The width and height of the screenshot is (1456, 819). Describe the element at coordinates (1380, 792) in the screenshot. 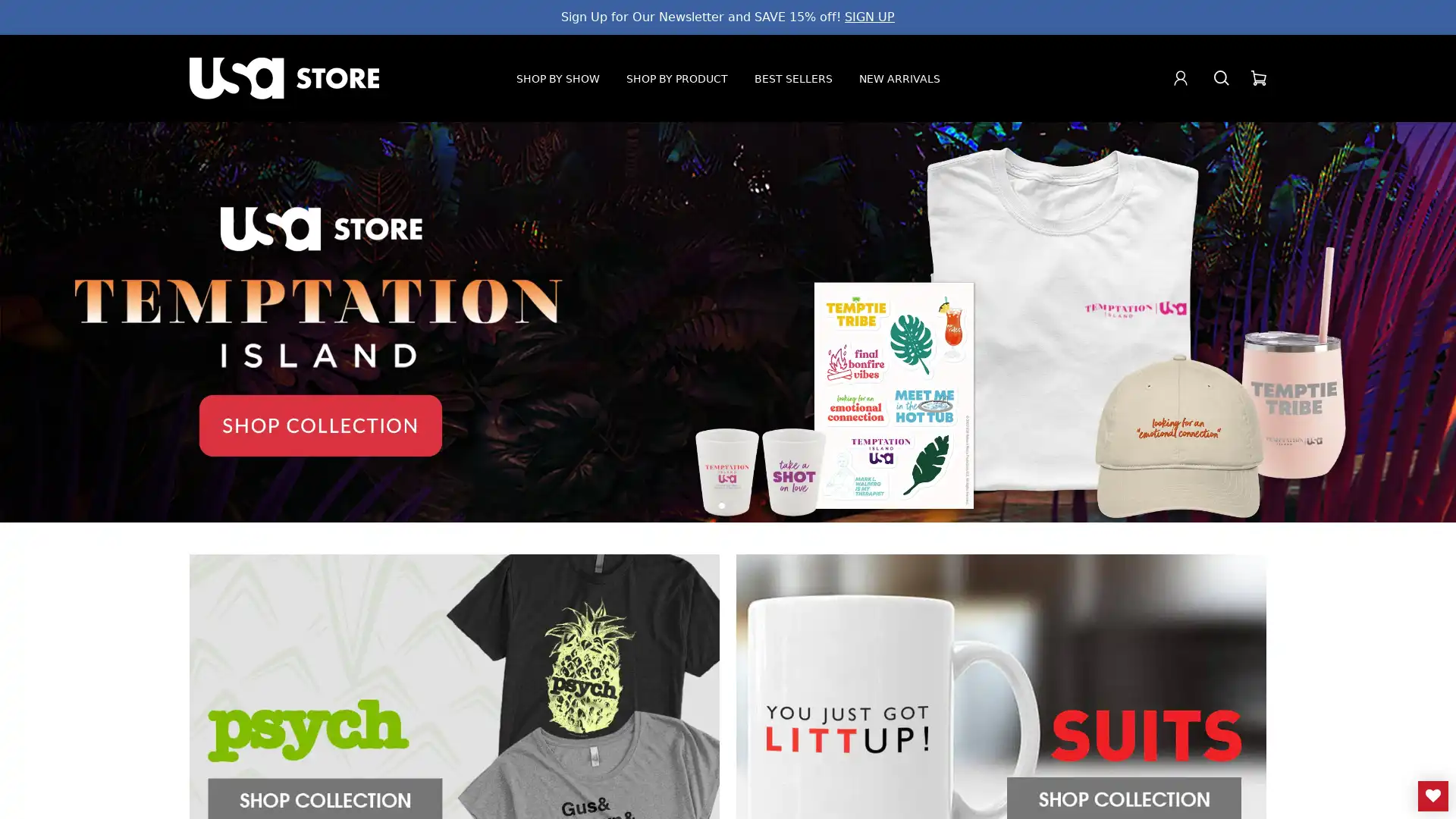

I see `Accept All` at that location.